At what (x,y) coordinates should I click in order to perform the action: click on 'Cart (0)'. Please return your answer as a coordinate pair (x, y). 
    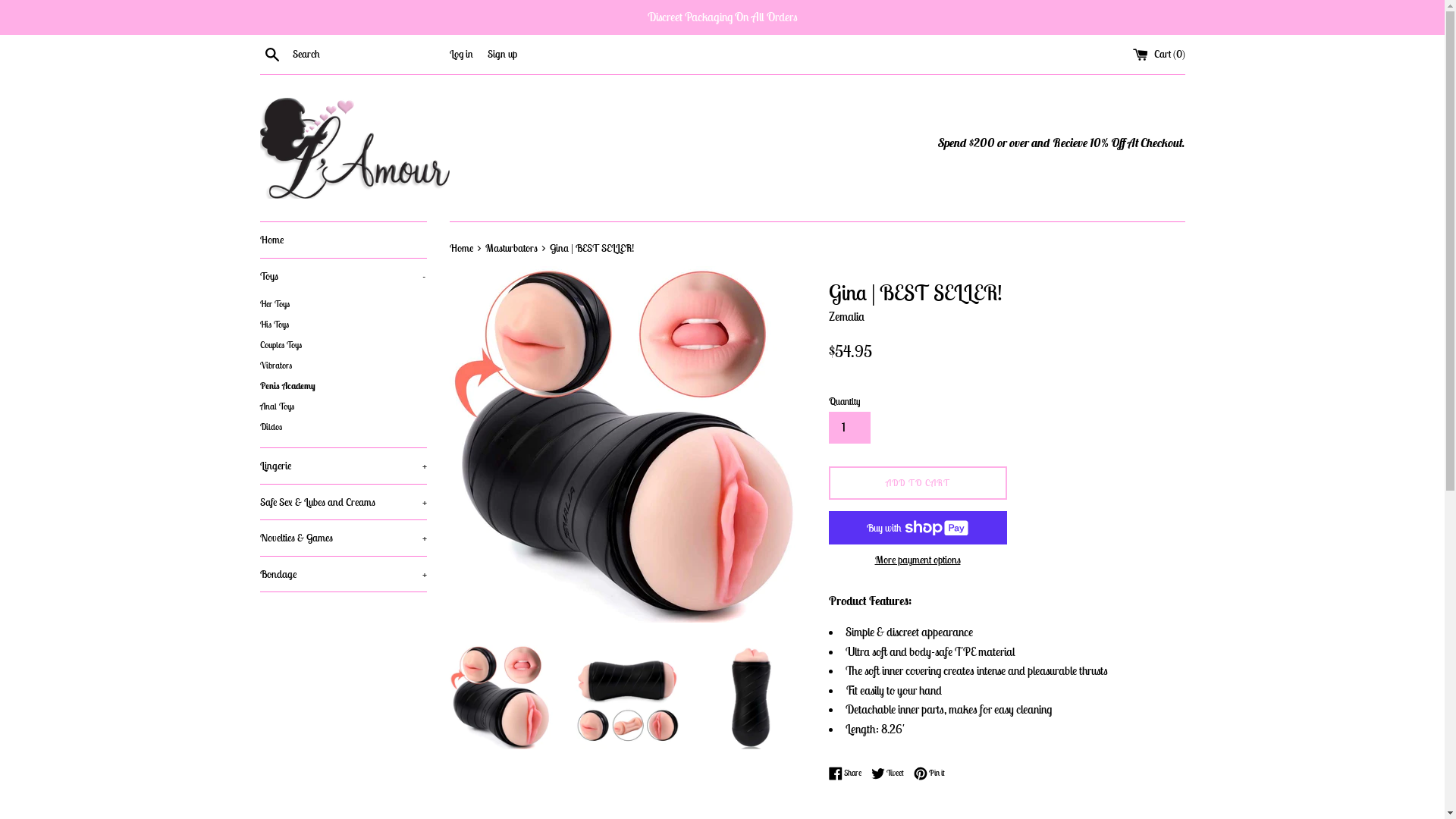
    Looking at the image, I should click on (1158, 52).